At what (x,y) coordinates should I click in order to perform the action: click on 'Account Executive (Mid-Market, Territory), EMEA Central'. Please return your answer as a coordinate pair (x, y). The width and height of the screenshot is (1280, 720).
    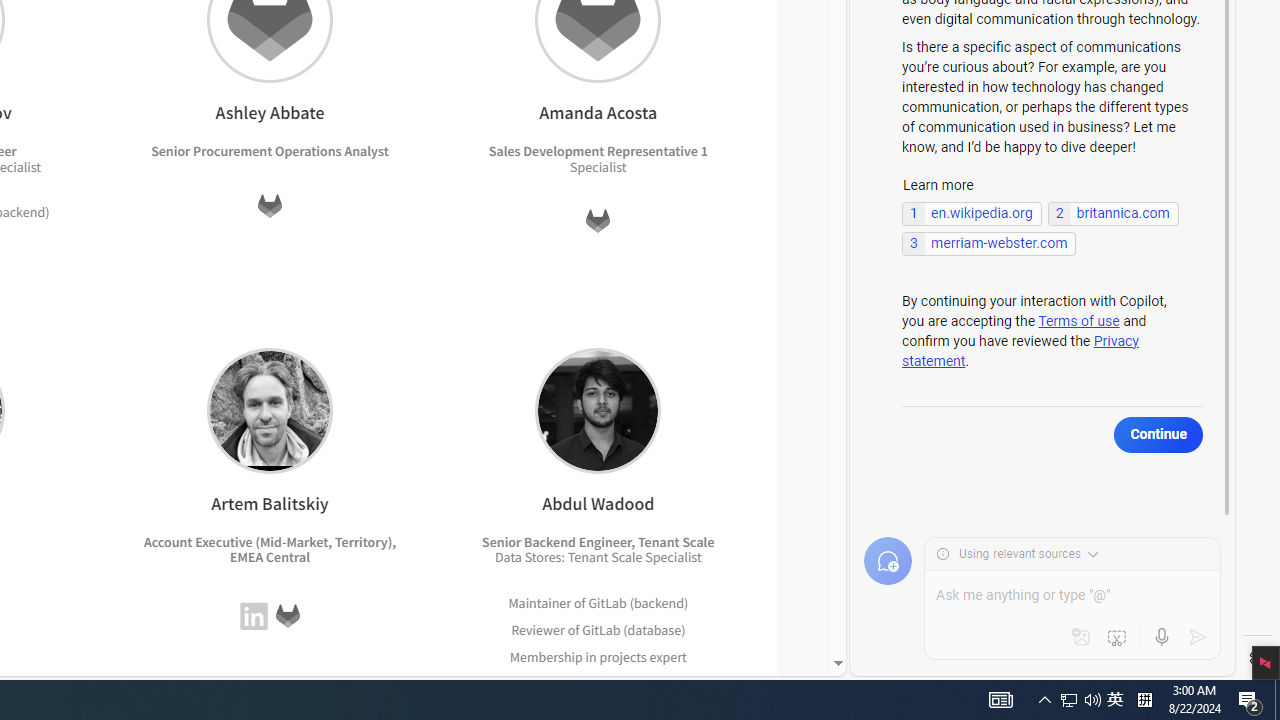
    Looking at the image, I should click on (269, 549).